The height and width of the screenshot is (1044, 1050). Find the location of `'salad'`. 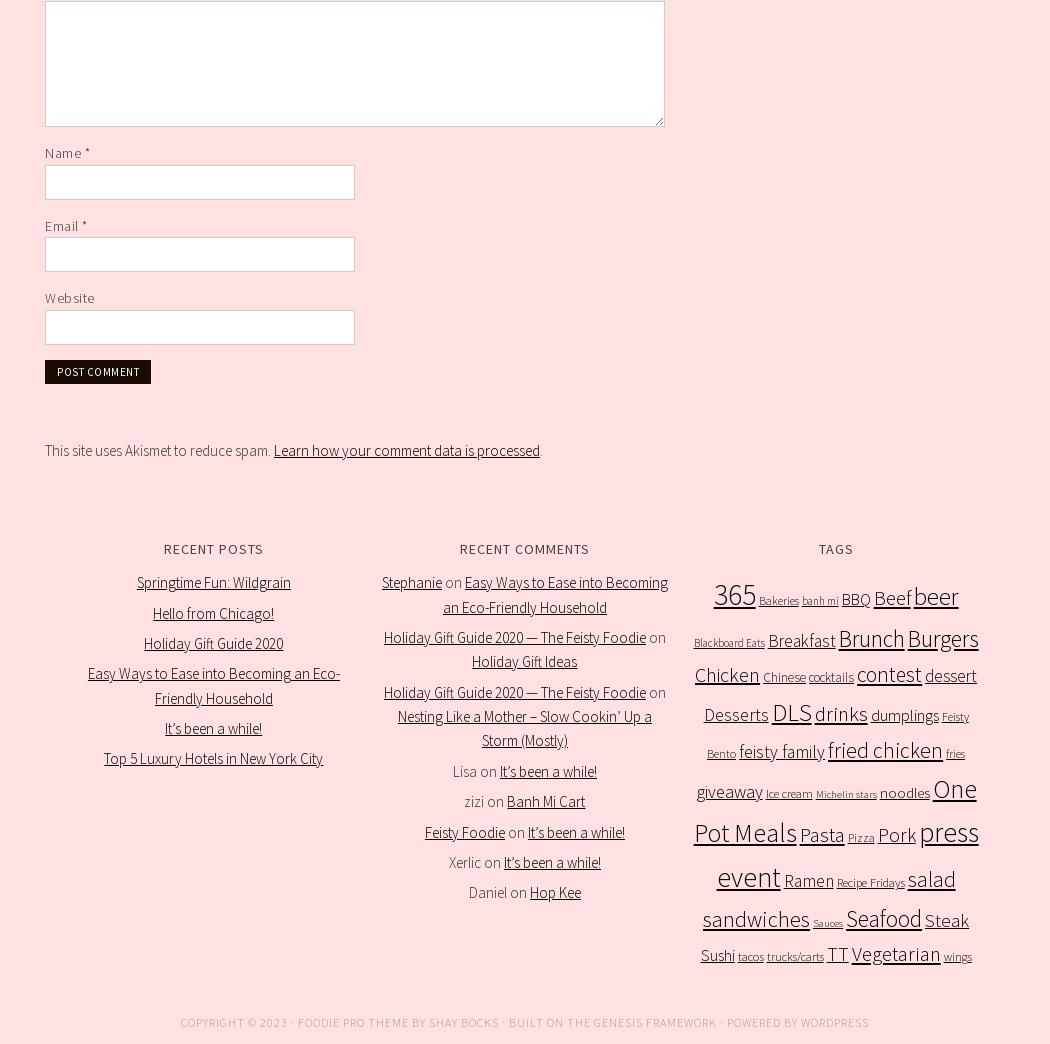

'salad' is located at coordinates (931, 879).